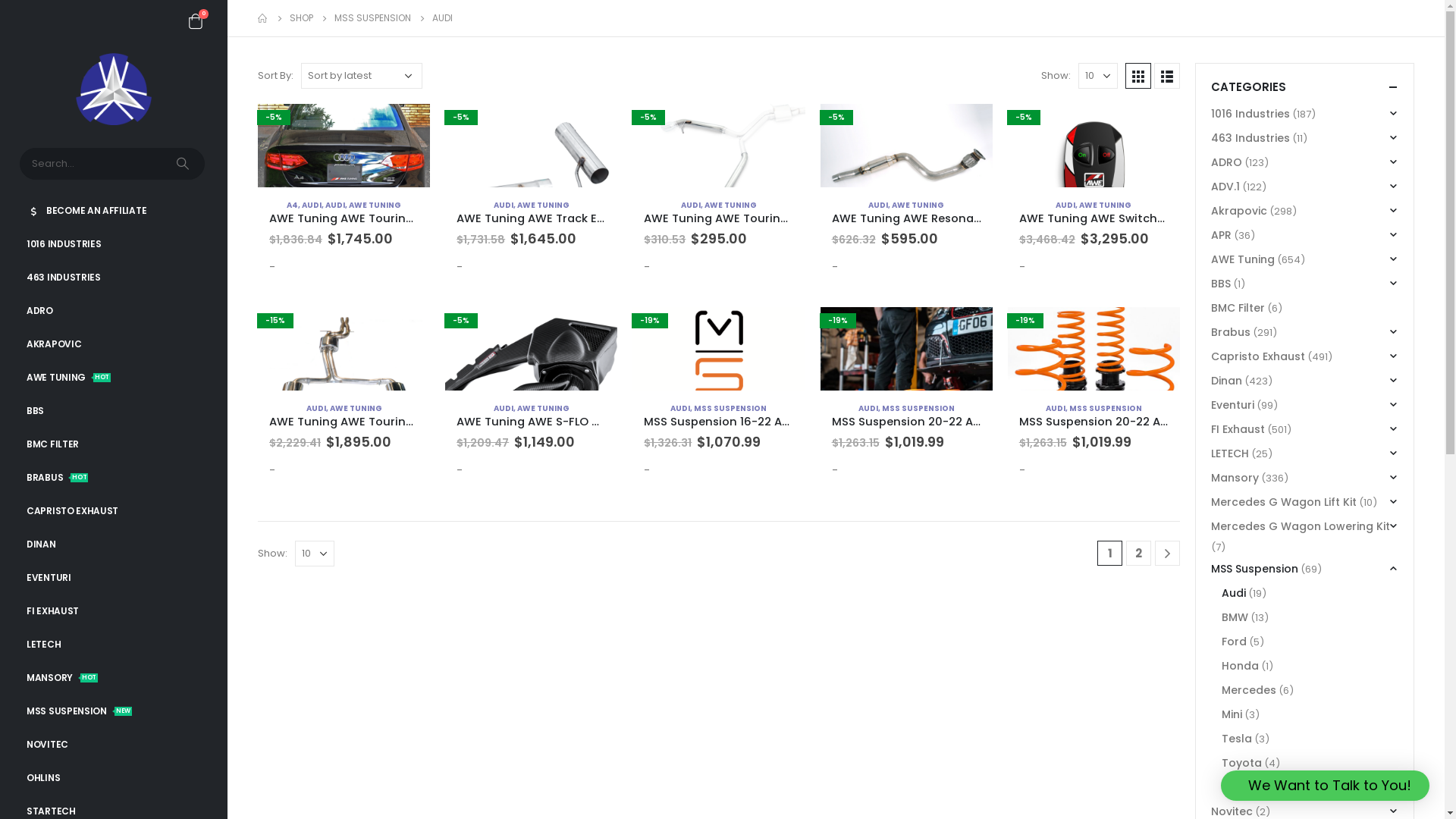  I want to click on 'DINAN', so click(22, 544).